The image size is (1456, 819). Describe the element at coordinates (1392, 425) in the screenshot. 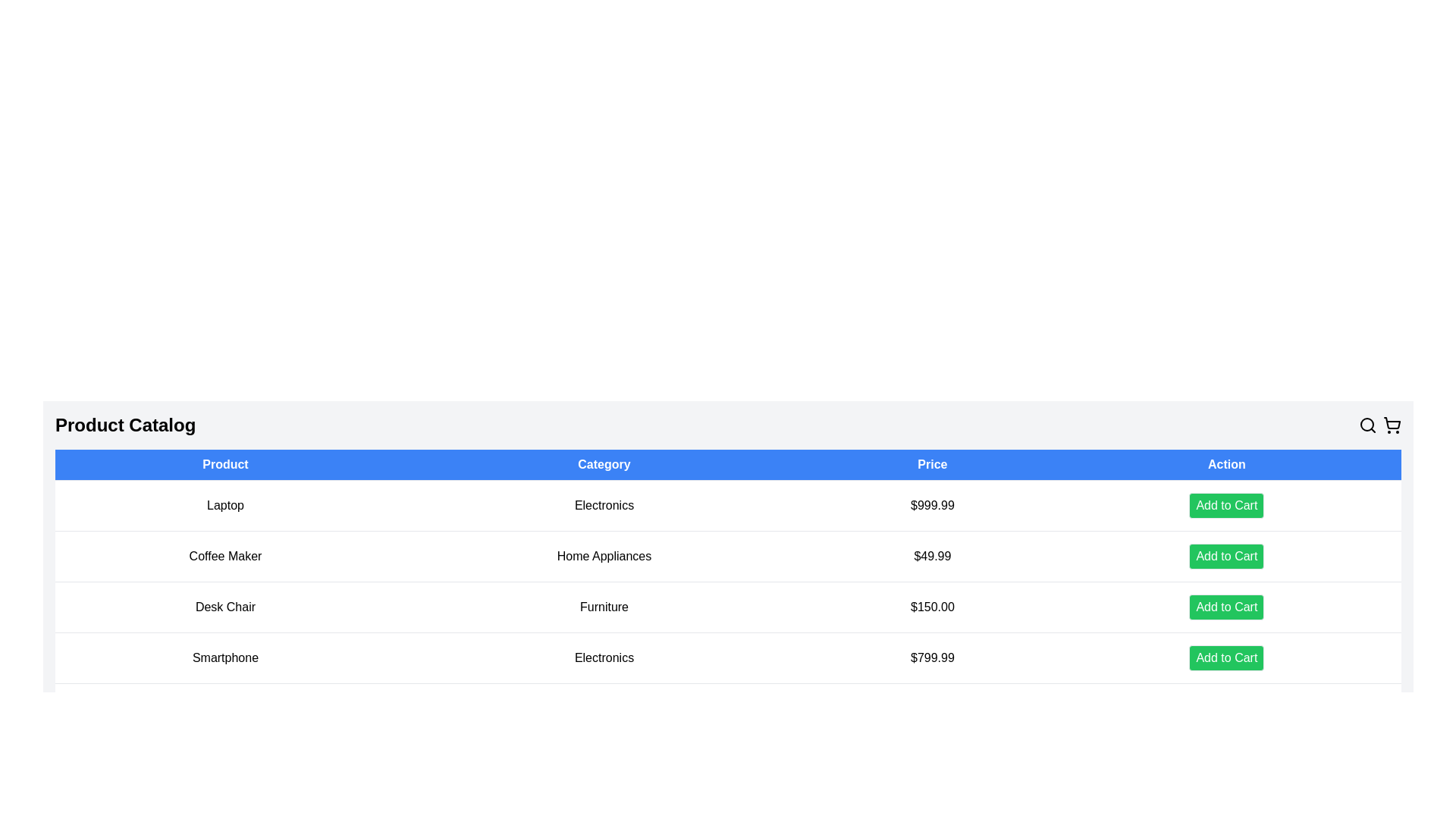

I see `the shopping cart icon located in the upper-right corner of the interface` at that location.